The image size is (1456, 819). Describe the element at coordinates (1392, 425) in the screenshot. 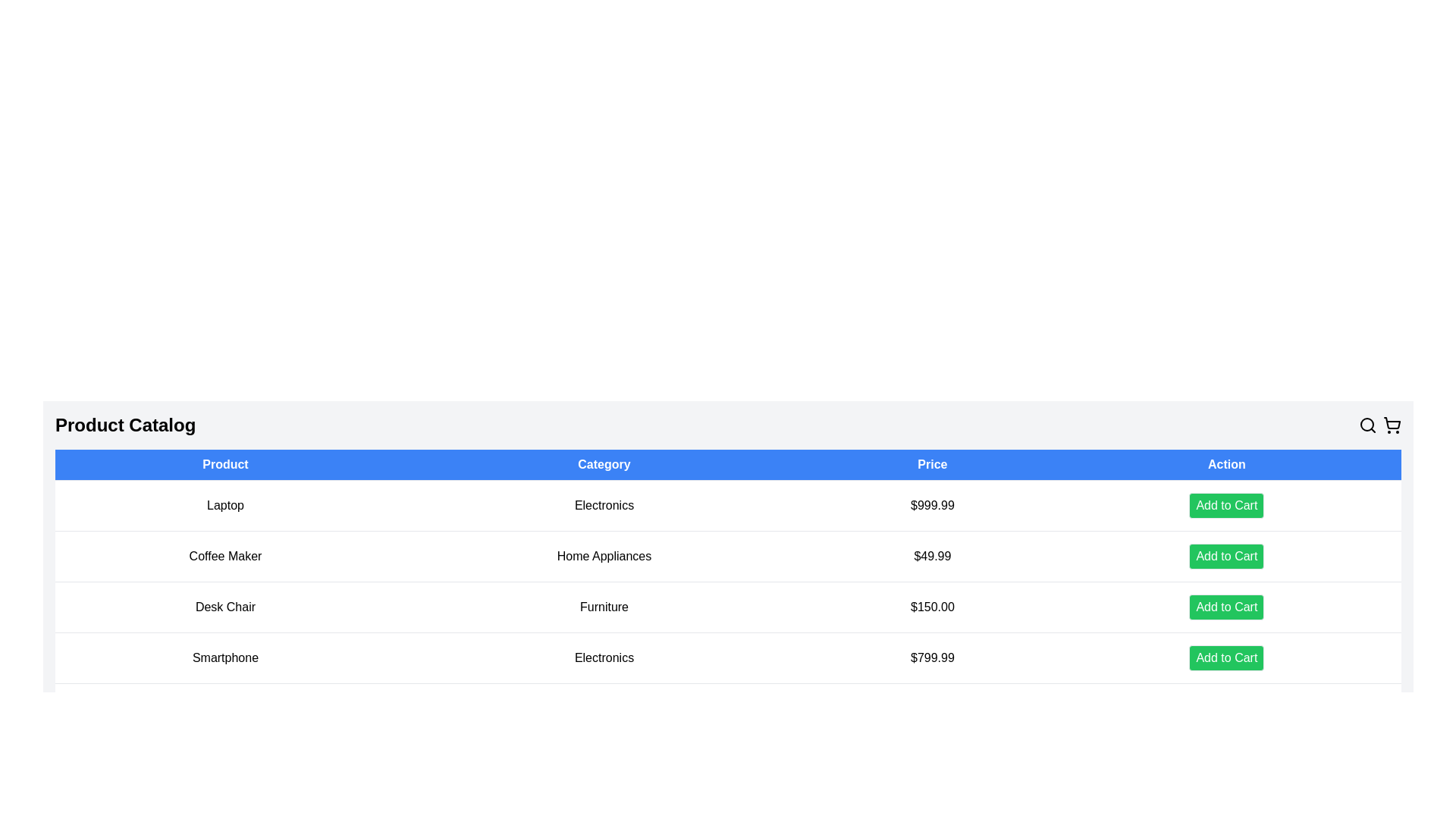

I see `the shopping cart icon located in the upper-right corner of the interface` at that location.